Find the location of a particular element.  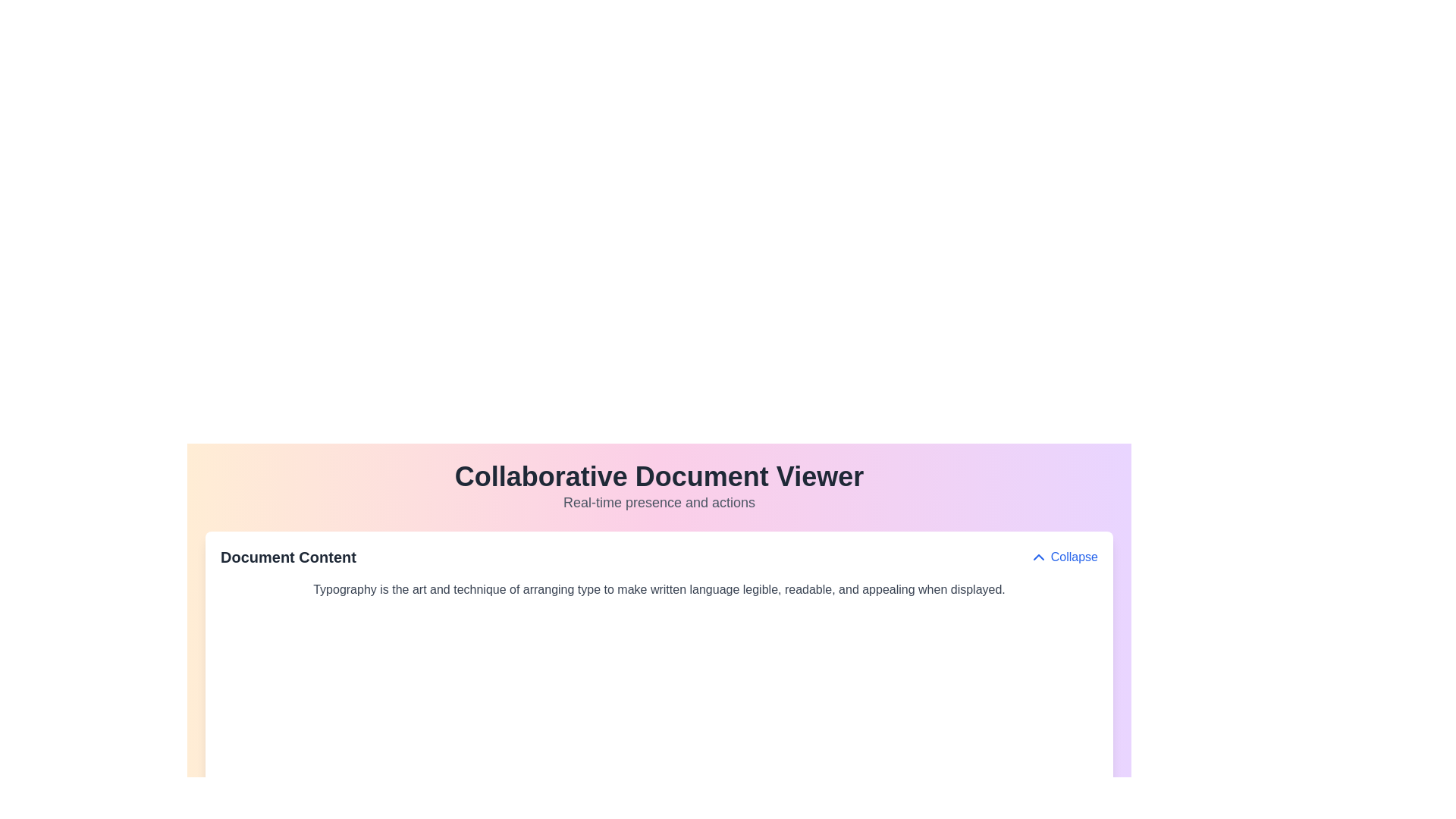

header text content that introduces the context and purpose of the interface, centrally aligned near the top of the visible content area is located at coordinates (659, 488).